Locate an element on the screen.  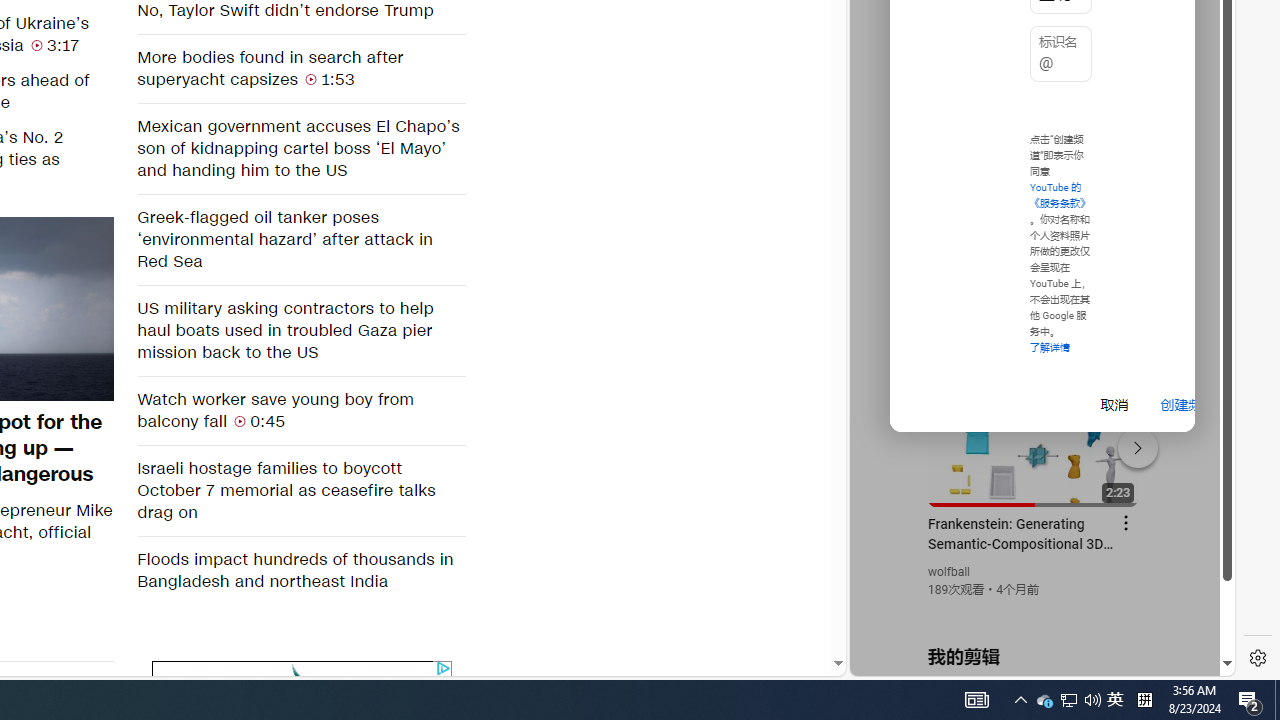
'YouTube - YouTube' is located at coordinates (1034, 265).